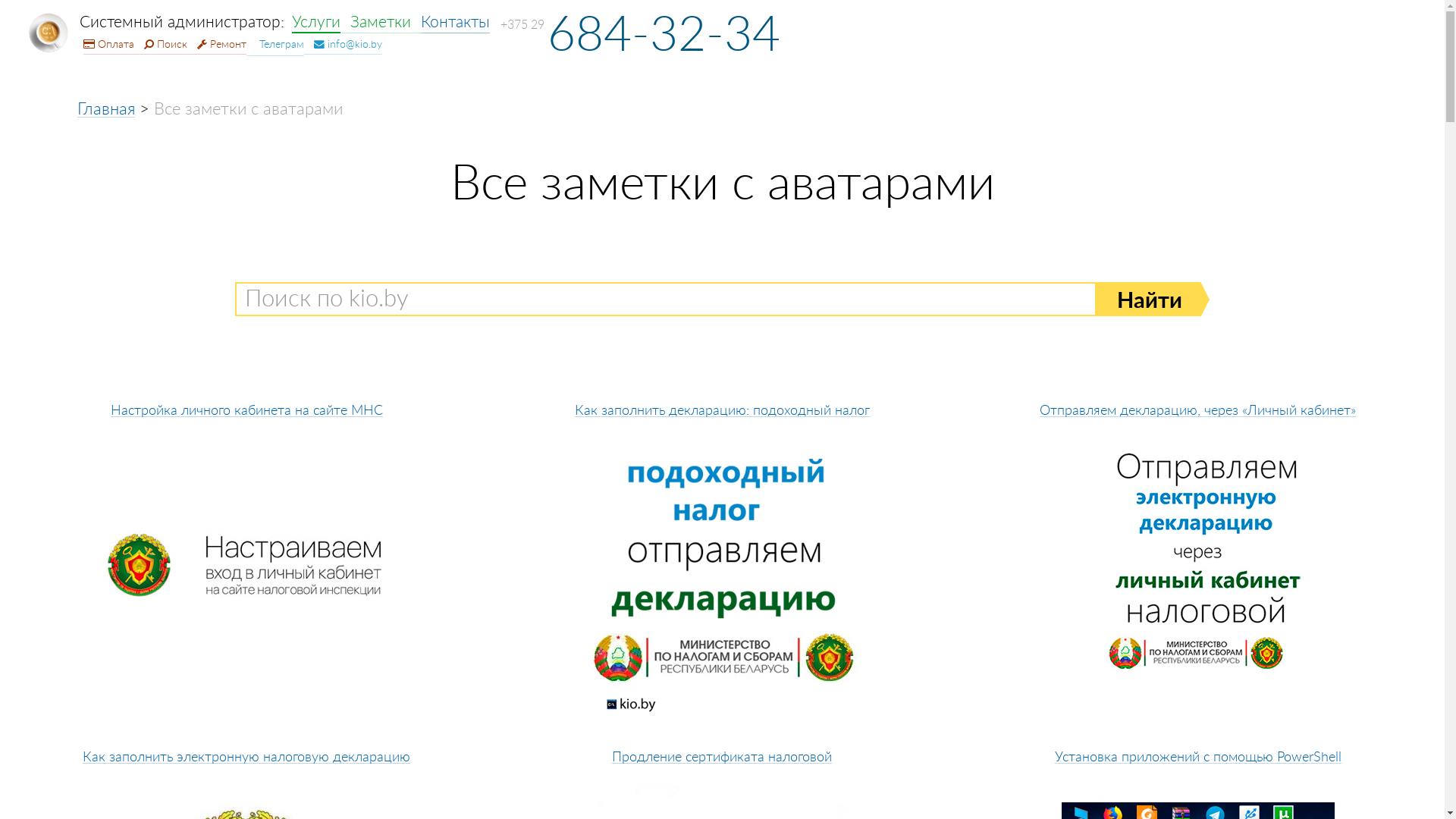 Image resolution: width=1456 pixels, height=819 pixels. I want to click on ' info@kio.by', so click(342, 43).